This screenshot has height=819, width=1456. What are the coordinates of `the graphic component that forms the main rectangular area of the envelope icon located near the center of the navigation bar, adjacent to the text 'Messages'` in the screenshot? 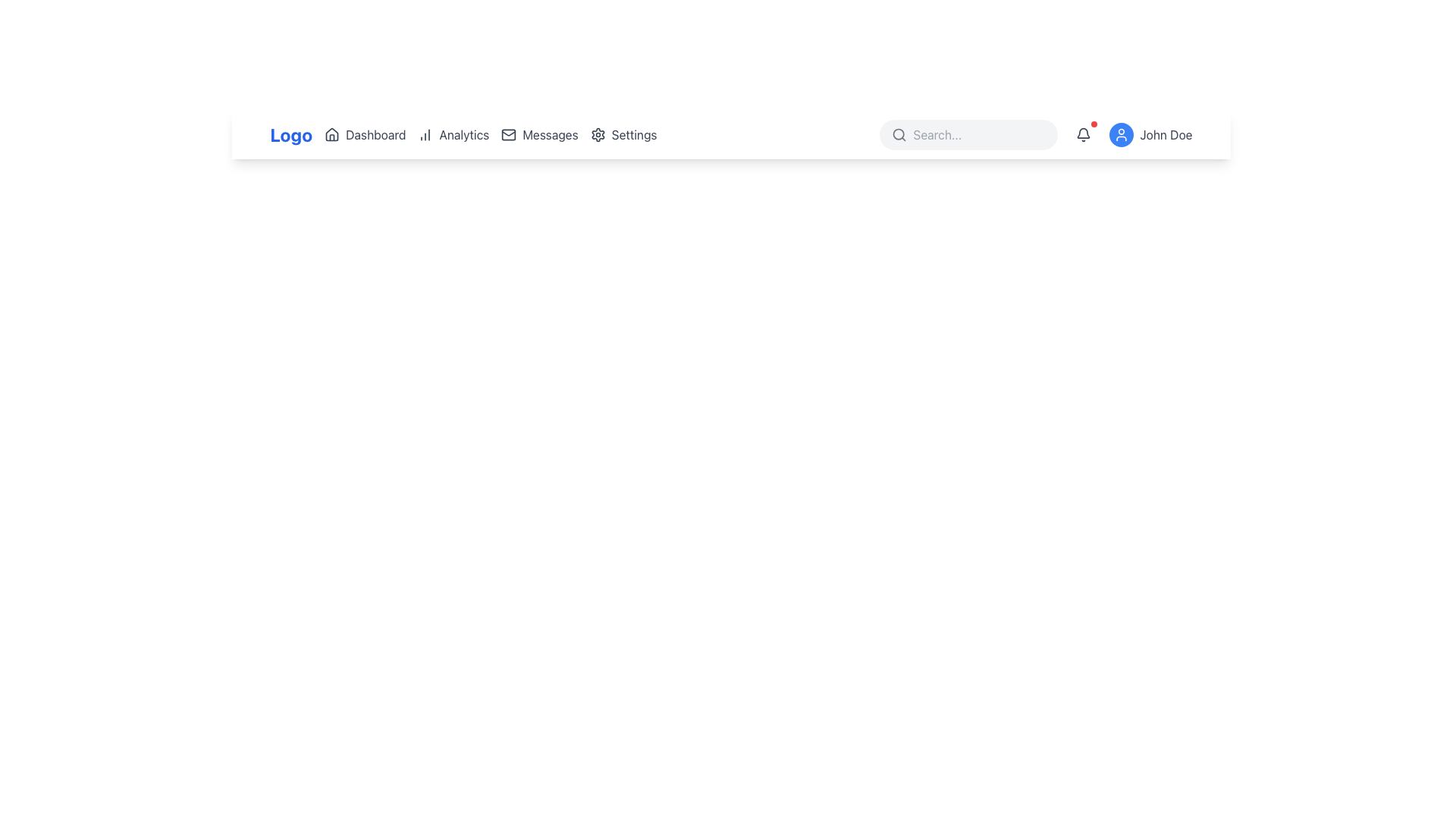 It's located at (509, 133).